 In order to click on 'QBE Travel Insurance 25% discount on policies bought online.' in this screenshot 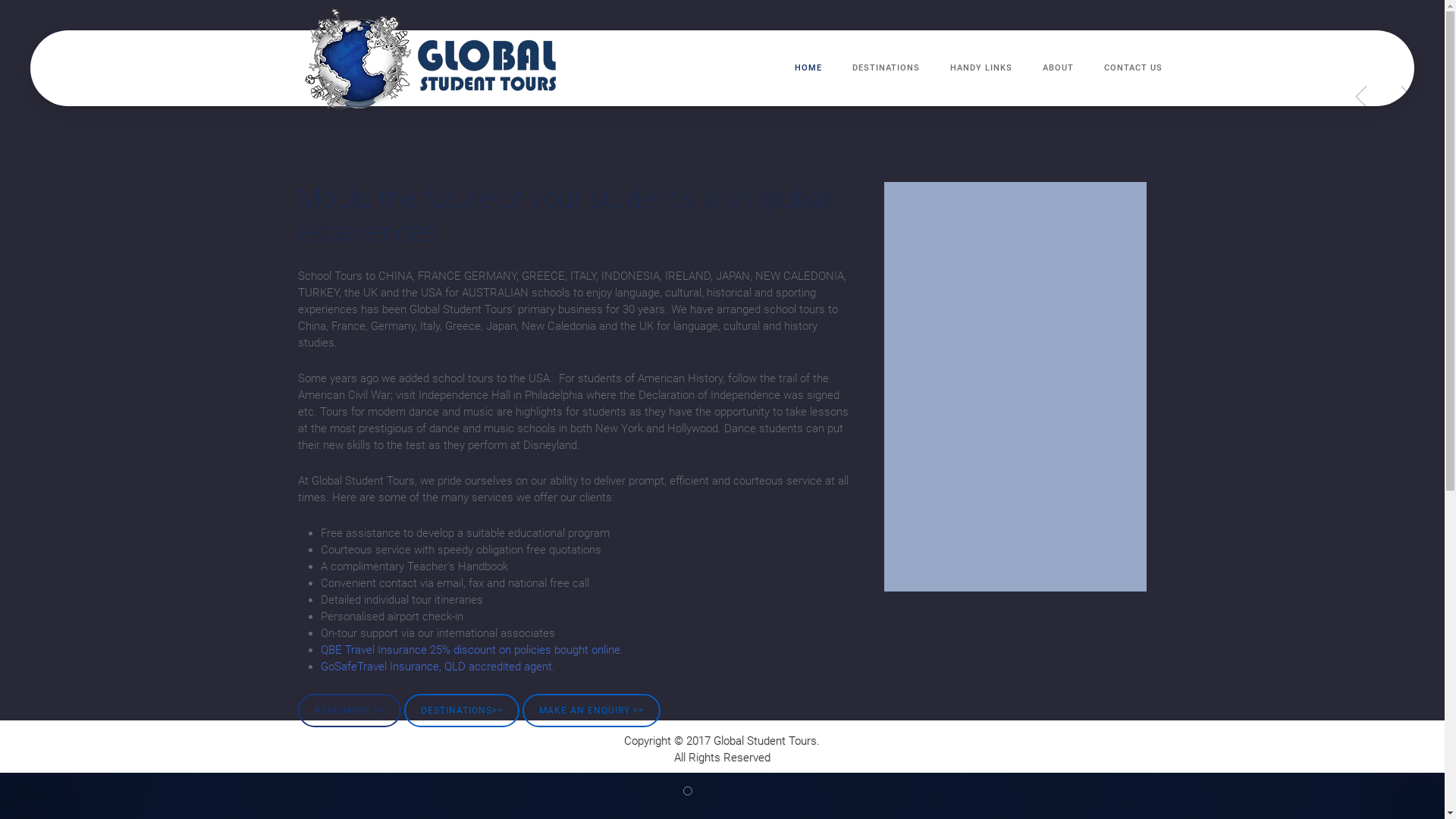, I will do `click(470, 648)`.